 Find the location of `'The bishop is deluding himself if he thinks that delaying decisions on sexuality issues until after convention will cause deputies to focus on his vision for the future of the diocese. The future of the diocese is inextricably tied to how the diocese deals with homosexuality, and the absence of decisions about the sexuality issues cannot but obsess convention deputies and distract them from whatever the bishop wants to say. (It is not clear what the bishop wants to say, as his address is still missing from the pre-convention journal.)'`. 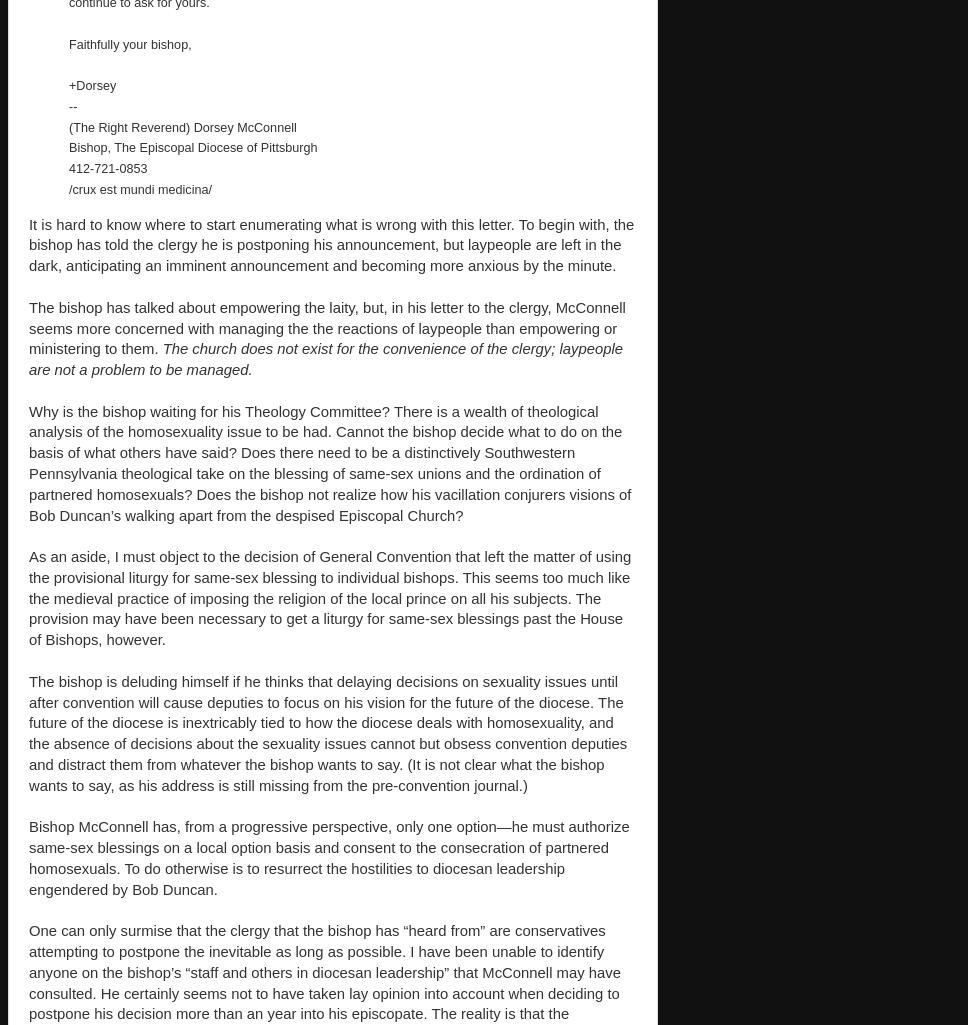

'The bishop is deluding himself if he thinks that delaying decisions on sexuality issues until after convention will cause deputies to focus on his vision for the future of the diocese. The future of the diocese is inextricably tied to how the diocese deals with homosexuality, and the absence of decisions about the sexuality issues cannot but obsess convention deputies and distract them from whatever the bishop wants to say. (It is not clear what the bishop wants to say, as his address is still missing from the pre-convention journal.)' is located at coordinates (327, 731).